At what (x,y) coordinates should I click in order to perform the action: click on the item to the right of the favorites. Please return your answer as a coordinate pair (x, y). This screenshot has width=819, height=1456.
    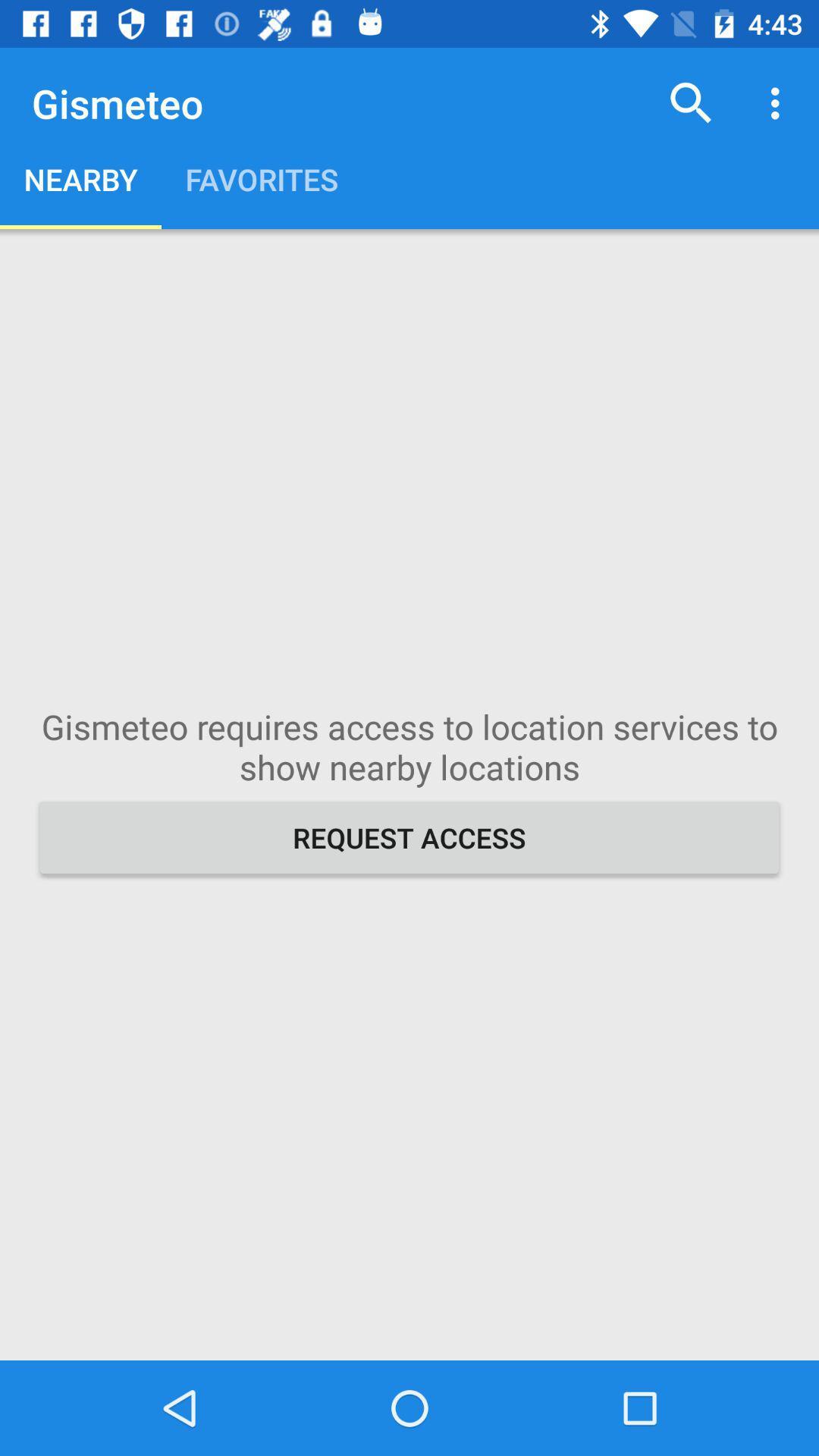
    Looking at the image, I should click on (691, 102).